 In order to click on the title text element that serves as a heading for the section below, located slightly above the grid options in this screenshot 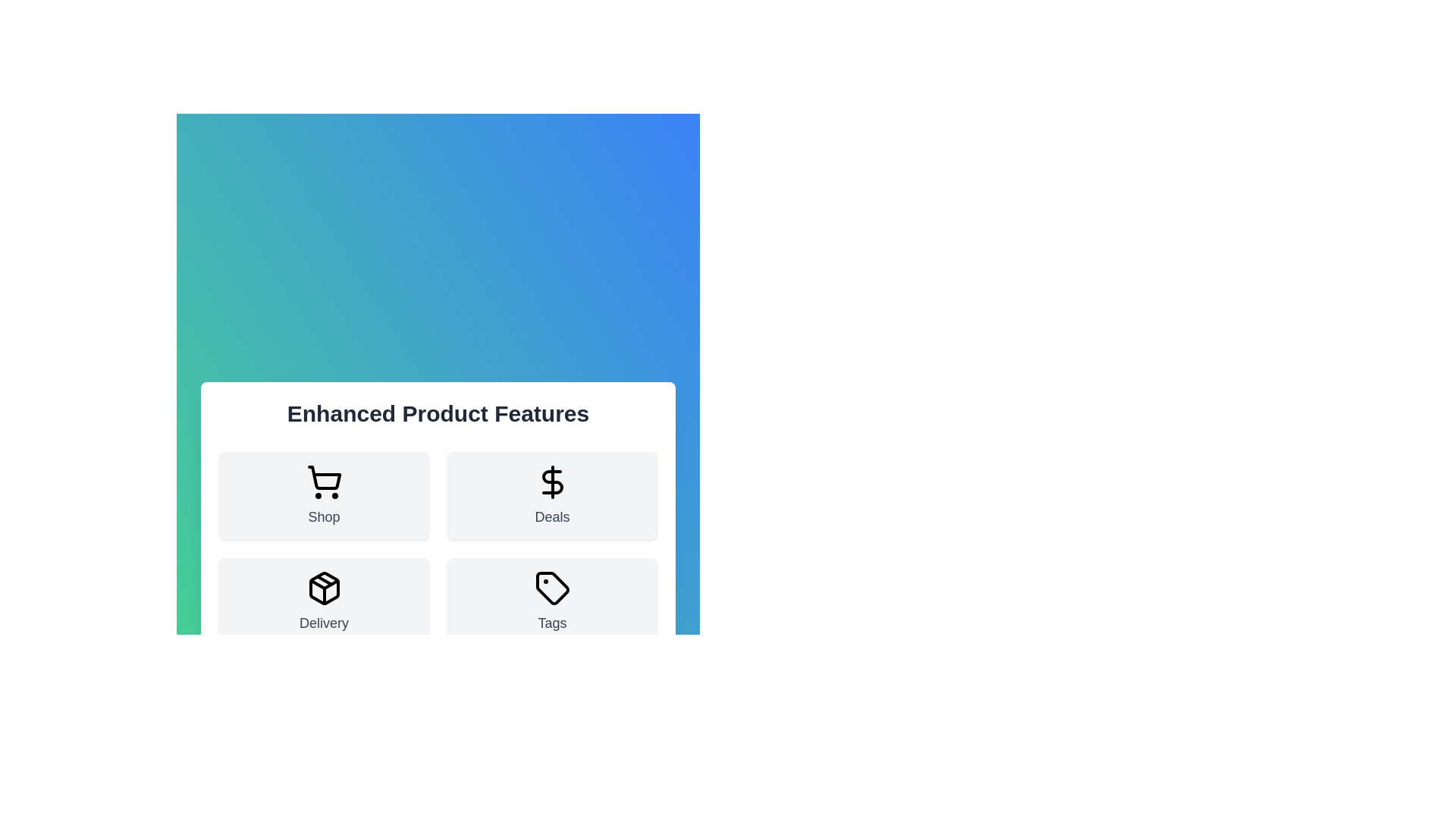, I will do `click(437, 414)`.